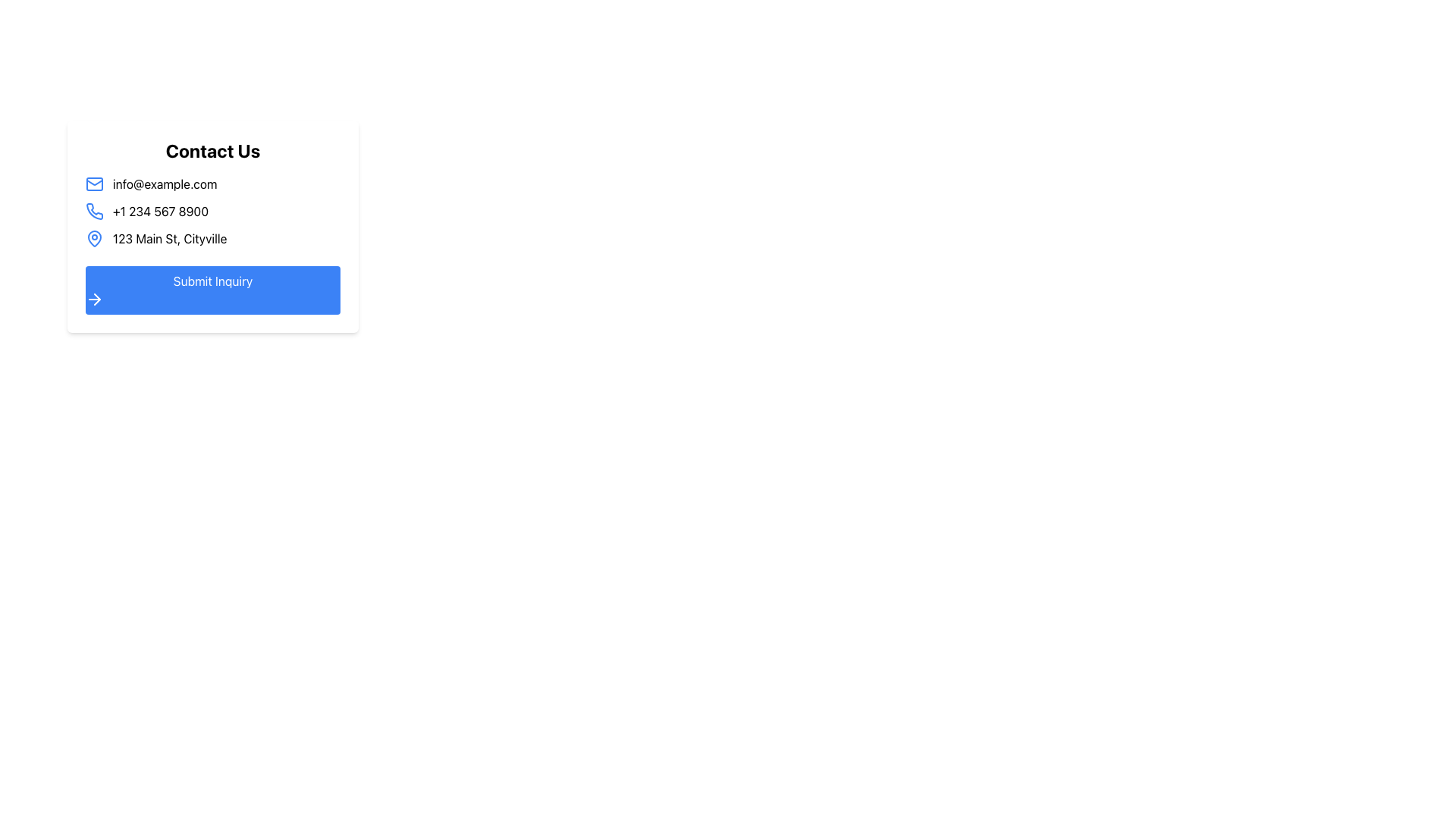  What do you see at coordinates (93, 299) in the screenshot?
I see `the 'Submit Inquiry' button which contains a left-aligned right-pointing arrow icon to observe interactivity effects` at bounding box center [93, 299].